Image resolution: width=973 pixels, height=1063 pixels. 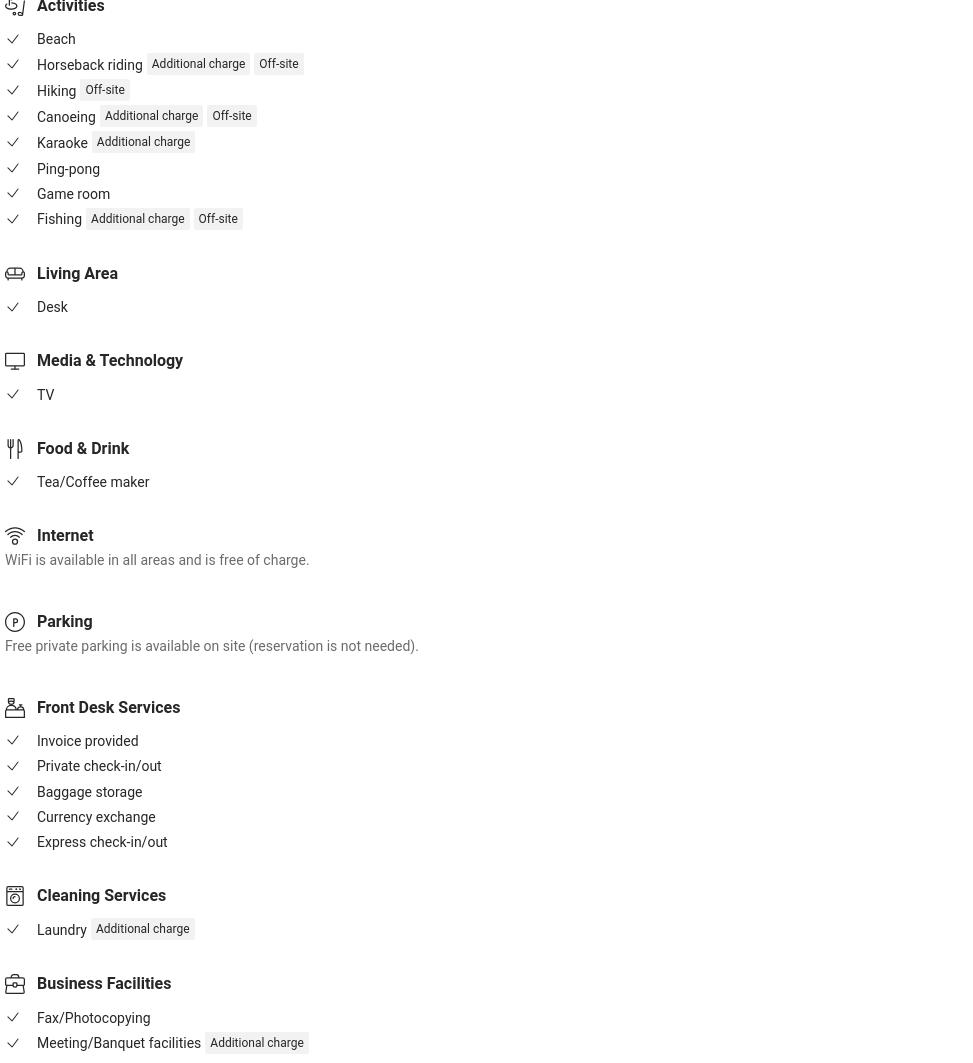 What do you see at coordinates (56, 90) in the screenshot?
I see `'Hiking'` at bounding box center [56, 90].